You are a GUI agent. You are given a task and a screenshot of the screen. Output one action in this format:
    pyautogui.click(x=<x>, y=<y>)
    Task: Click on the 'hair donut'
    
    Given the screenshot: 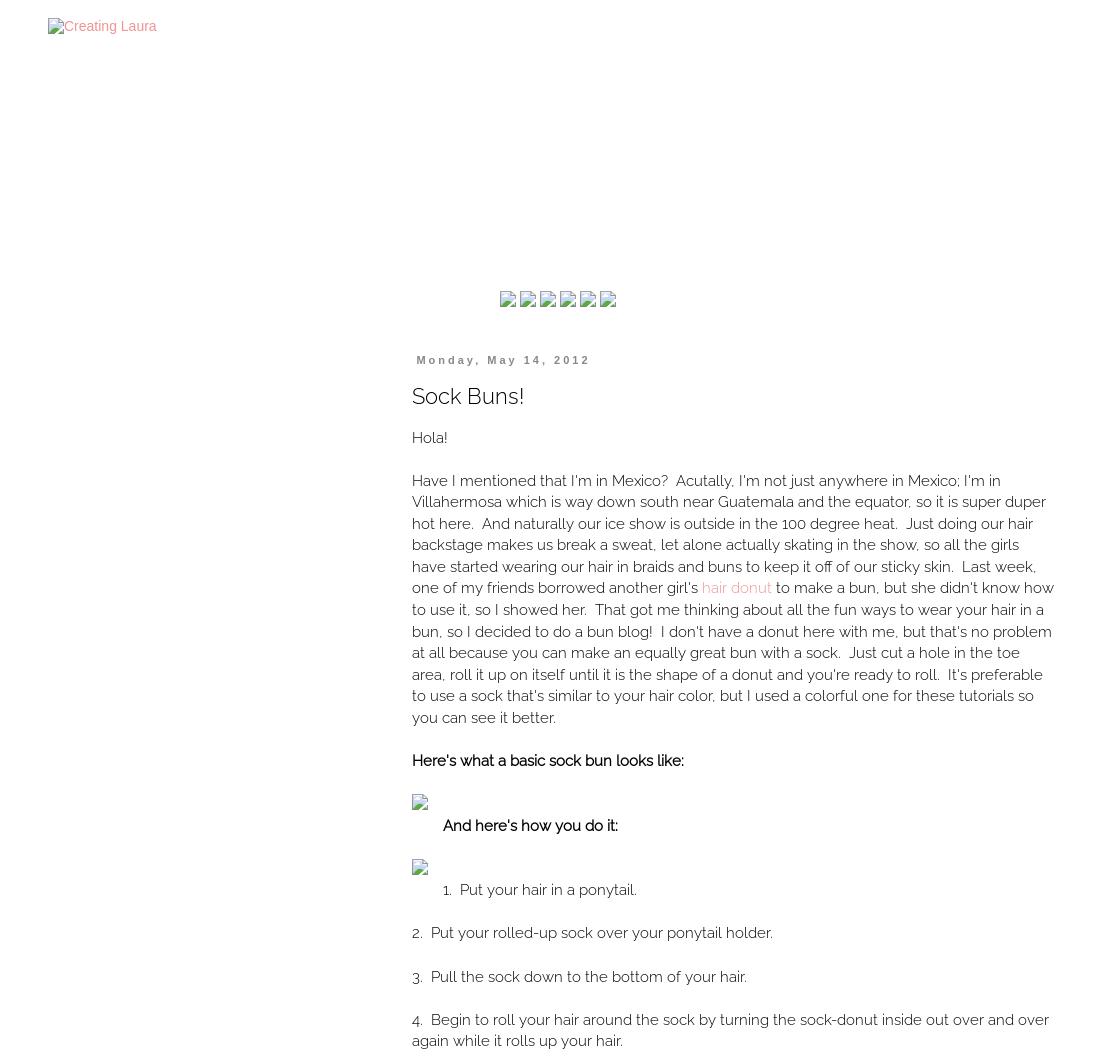 What is the action you would take?
    pyautogui.click(x=736, y=587)
    